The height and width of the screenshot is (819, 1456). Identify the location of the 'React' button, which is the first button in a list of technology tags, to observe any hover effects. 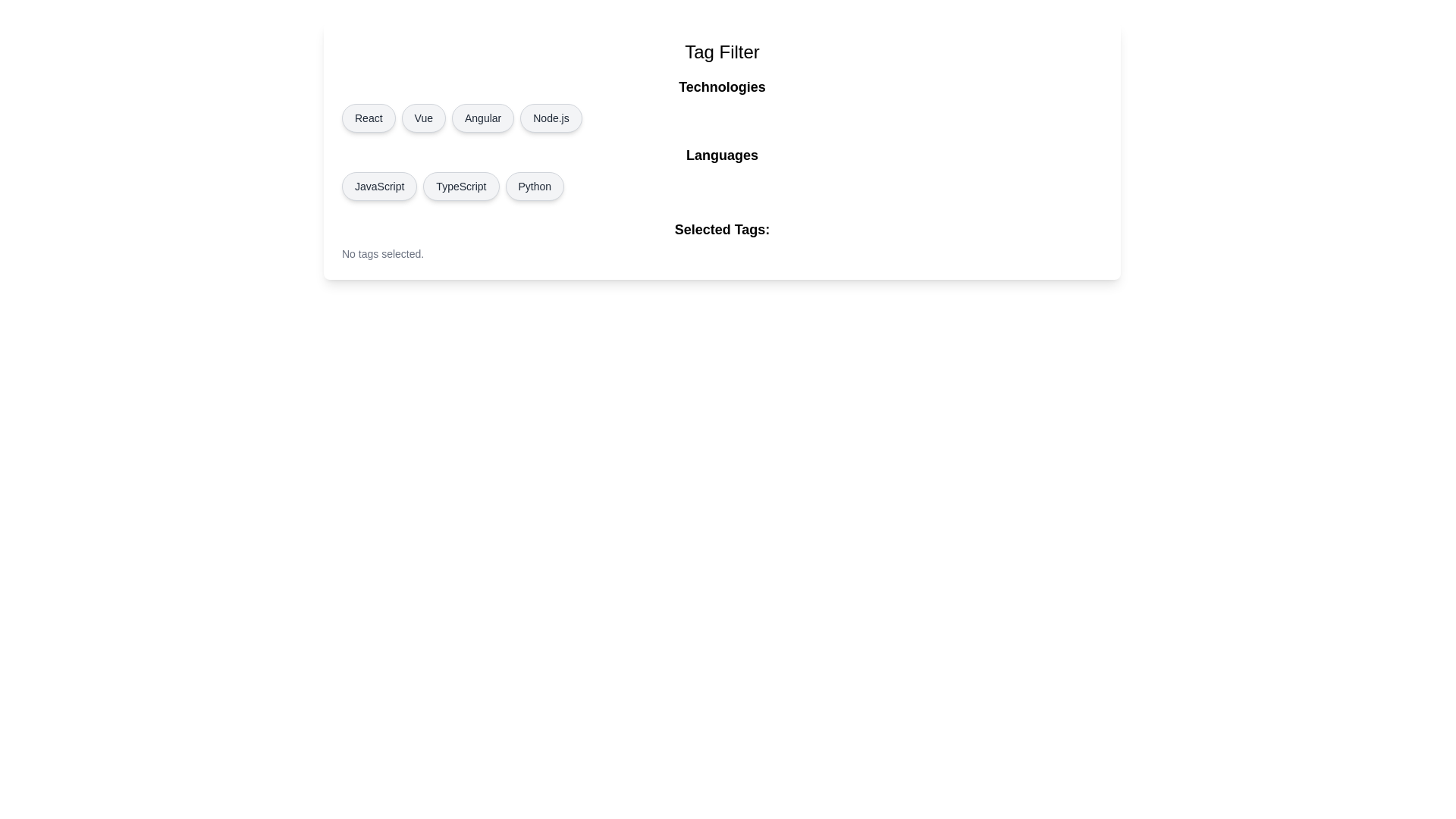
(369, 117).